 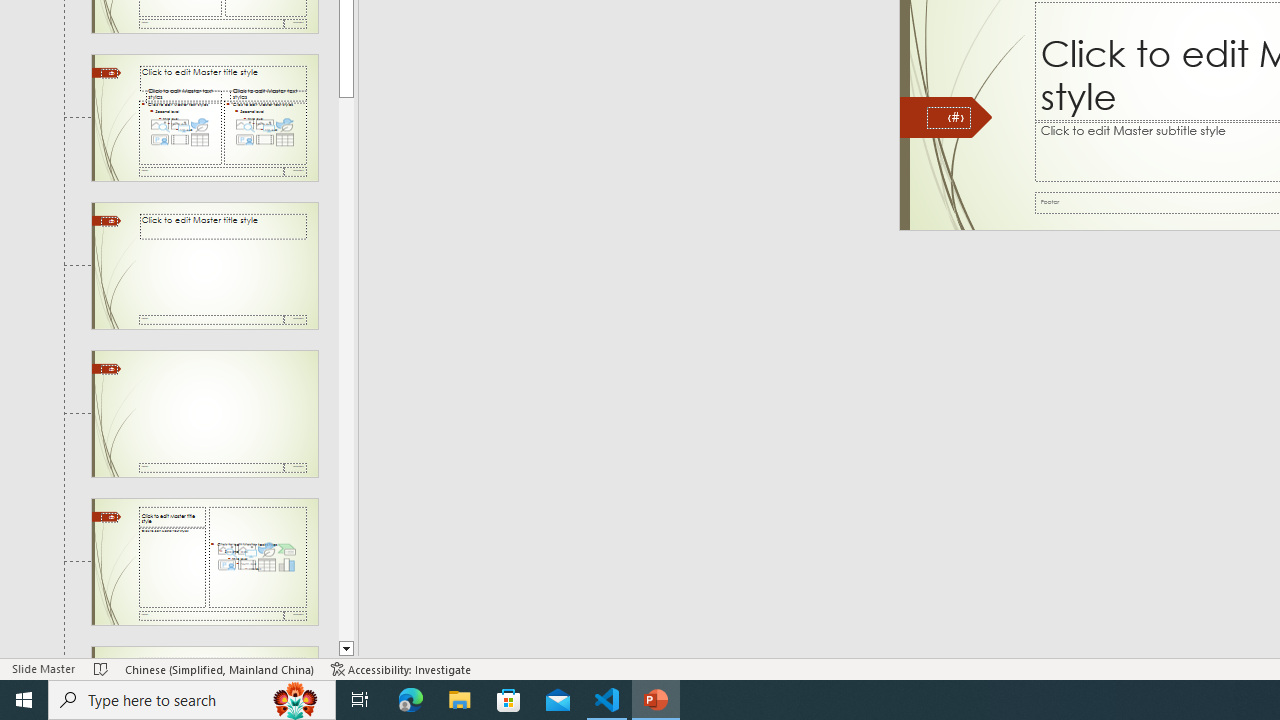 I want to click on 'Slide Number', so click(x=948, y=118).